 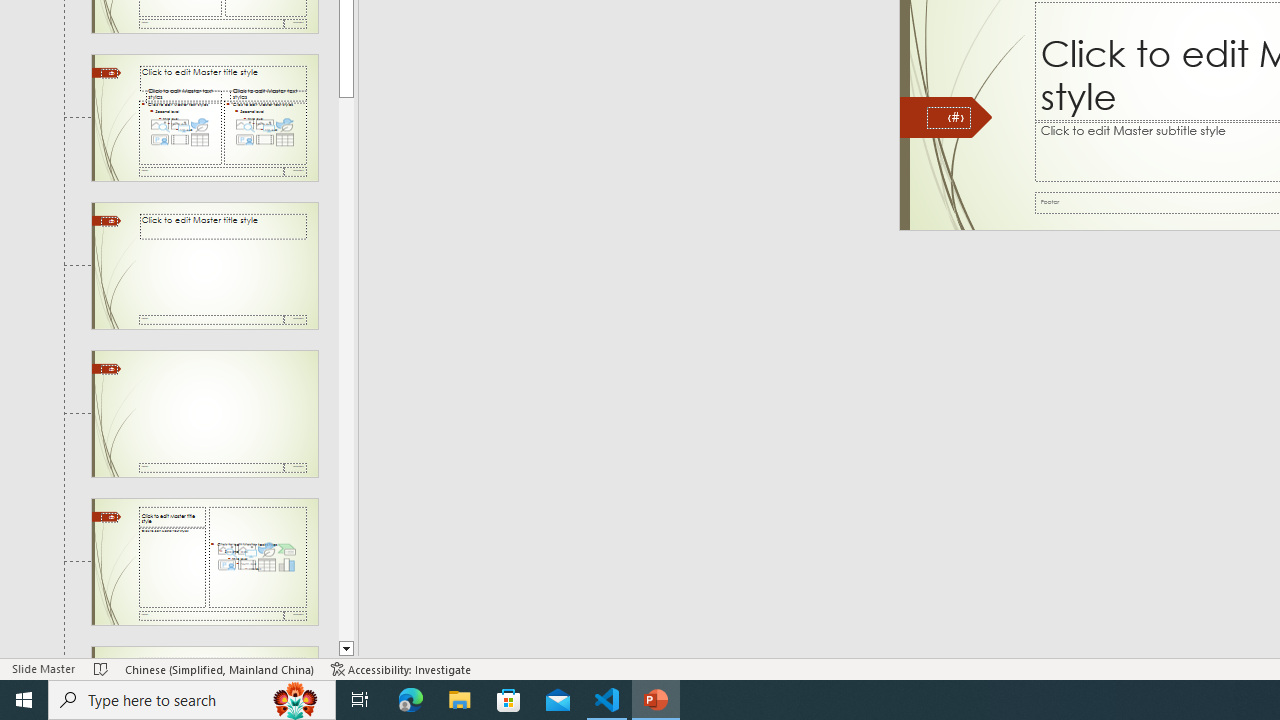 I want to click on 'Slide Number', so click(x=948, y=118).